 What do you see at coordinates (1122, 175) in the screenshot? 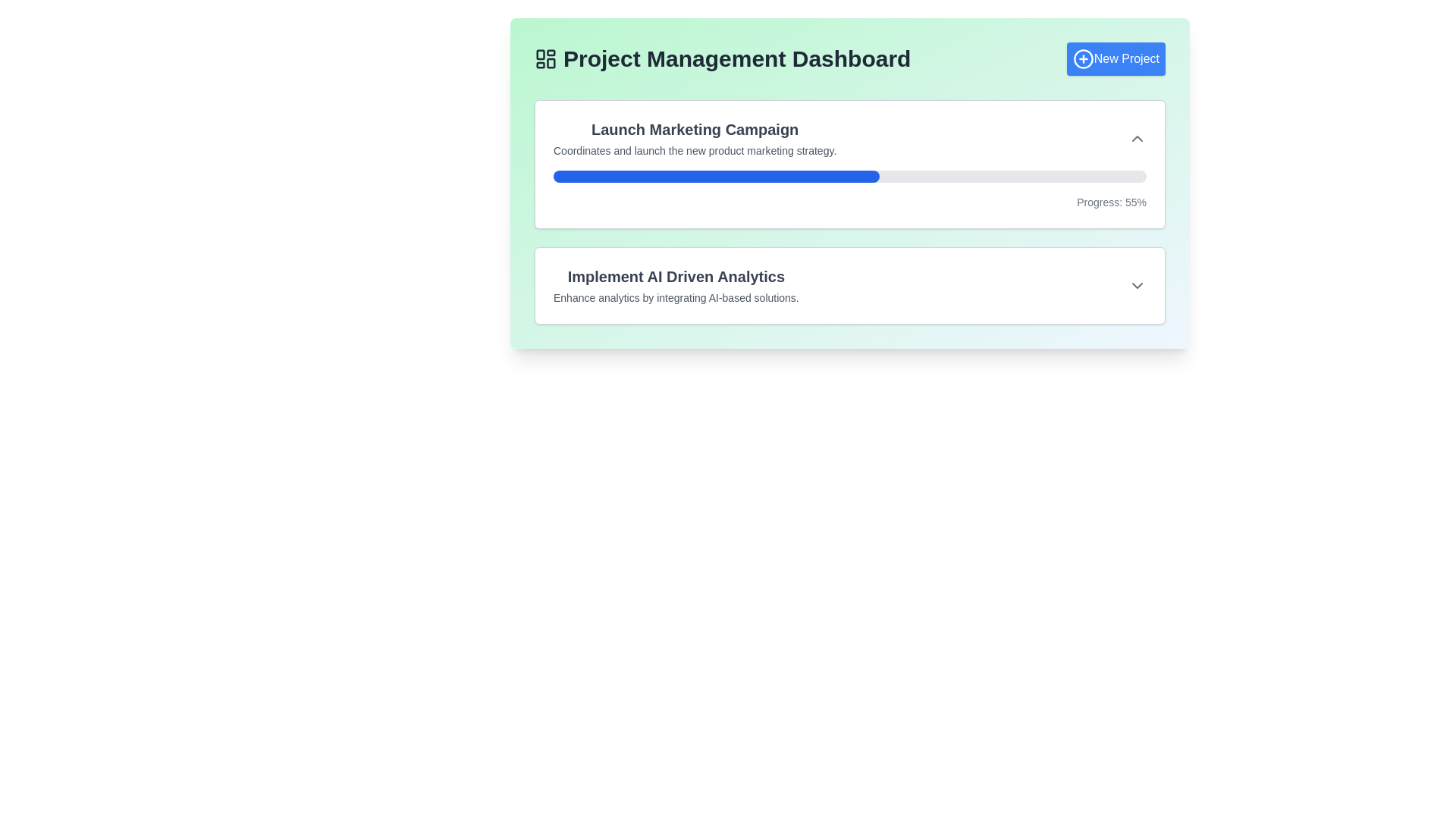
I see `progress` at bounding box center [1122, 175].